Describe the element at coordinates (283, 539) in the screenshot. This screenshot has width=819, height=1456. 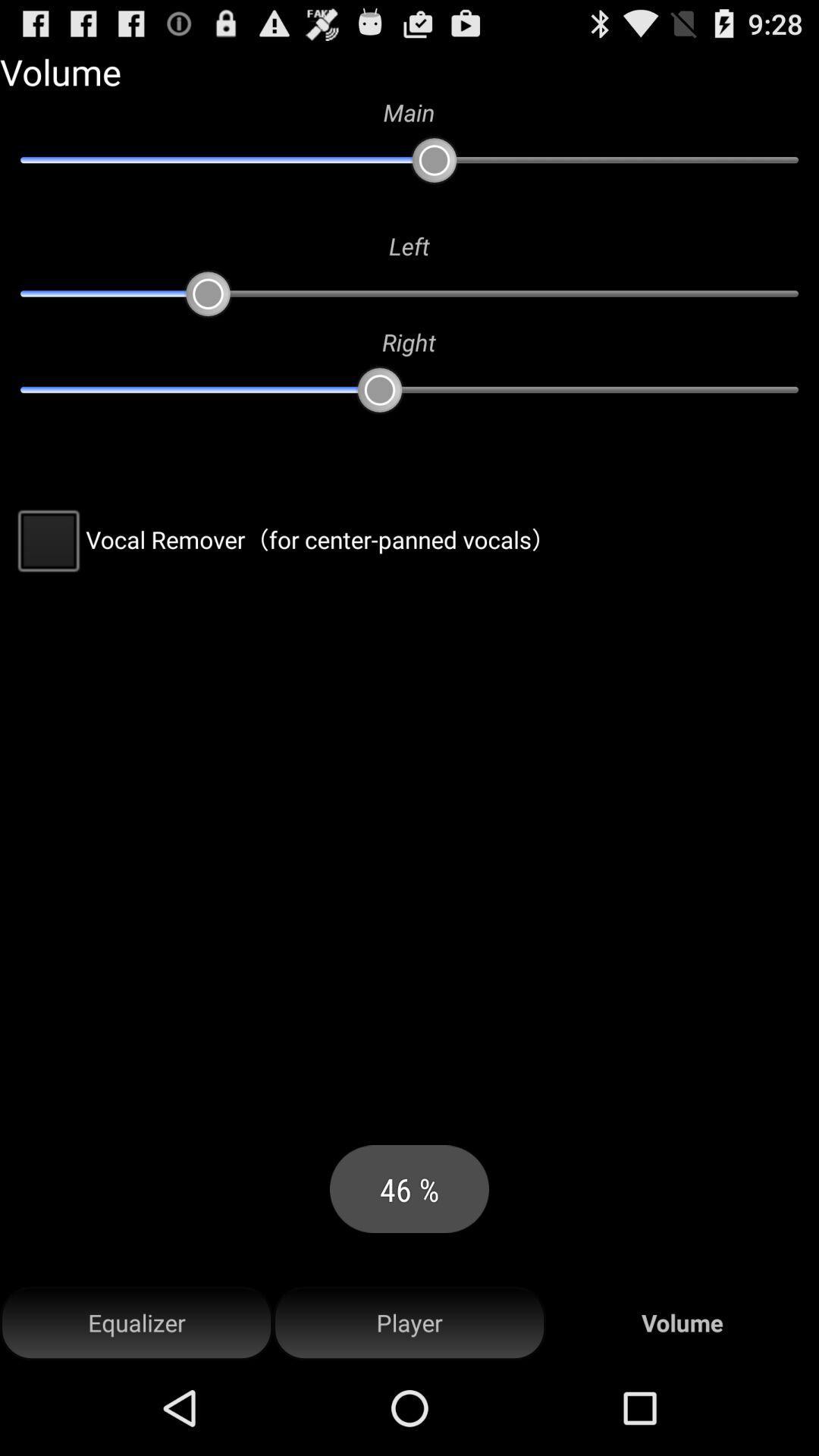
I see `check the box which says vocal remover for centerpanned vocals0` at that location.